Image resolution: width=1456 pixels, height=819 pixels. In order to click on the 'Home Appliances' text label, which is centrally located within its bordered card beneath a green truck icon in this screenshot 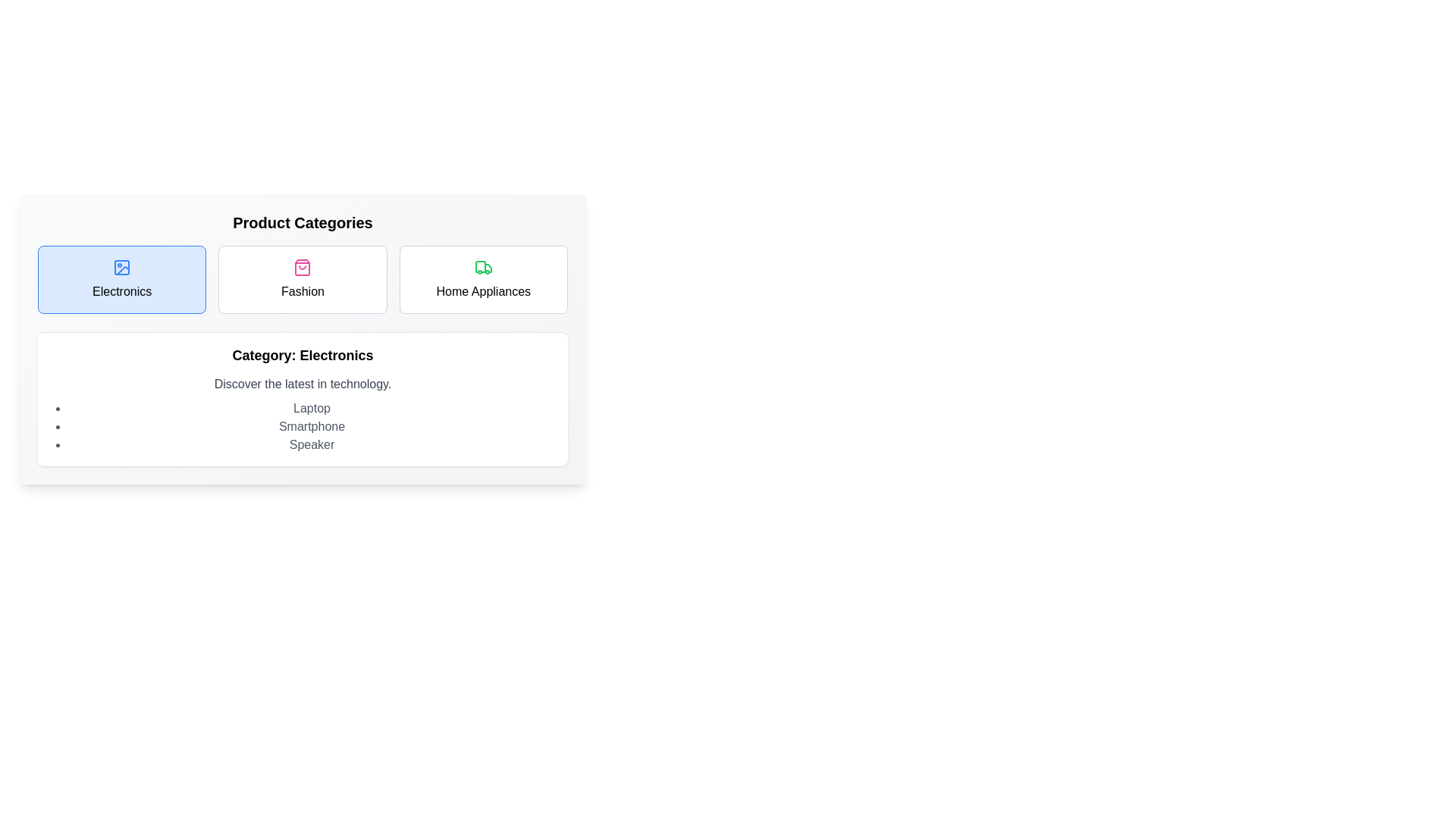, I will do `click(482, 292)`.